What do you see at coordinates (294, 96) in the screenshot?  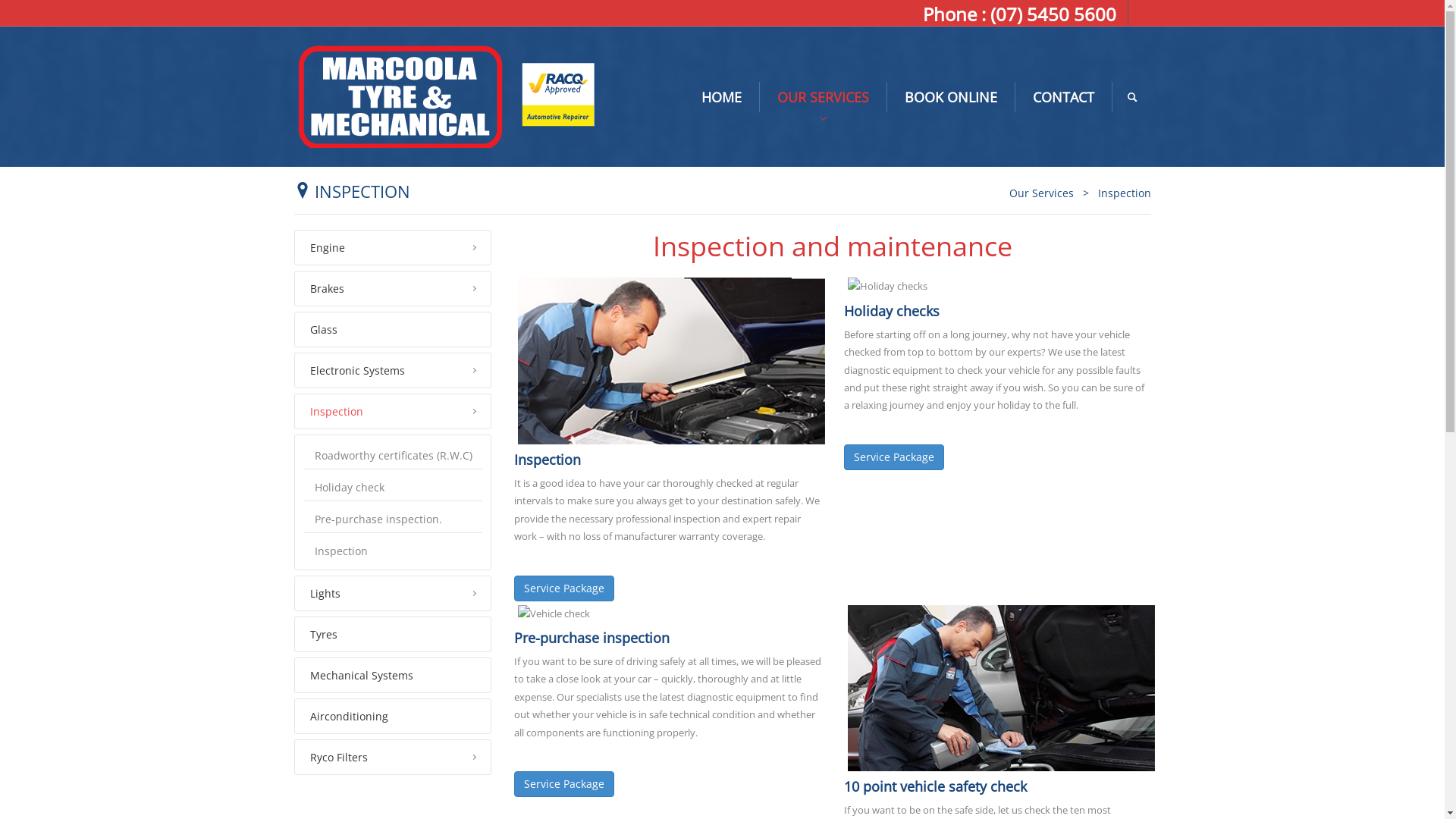 I see `'Marcoola Tyre and Mechanical Repairs'` at bounding box center [294, 96].